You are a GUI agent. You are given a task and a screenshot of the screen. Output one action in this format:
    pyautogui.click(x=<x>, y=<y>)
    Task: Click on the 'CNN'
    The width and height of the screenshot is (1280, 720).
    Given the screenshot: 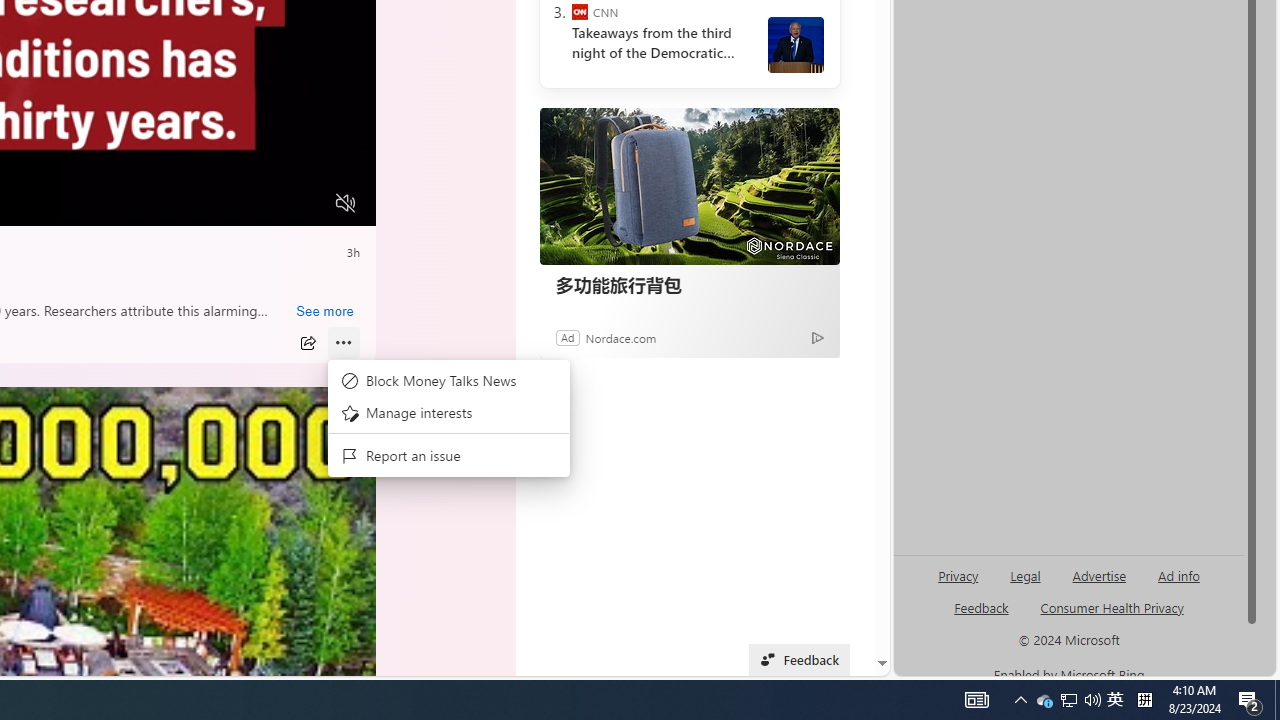 What is the action you would take?
    pyautogui.click(x=578, y=12)
    